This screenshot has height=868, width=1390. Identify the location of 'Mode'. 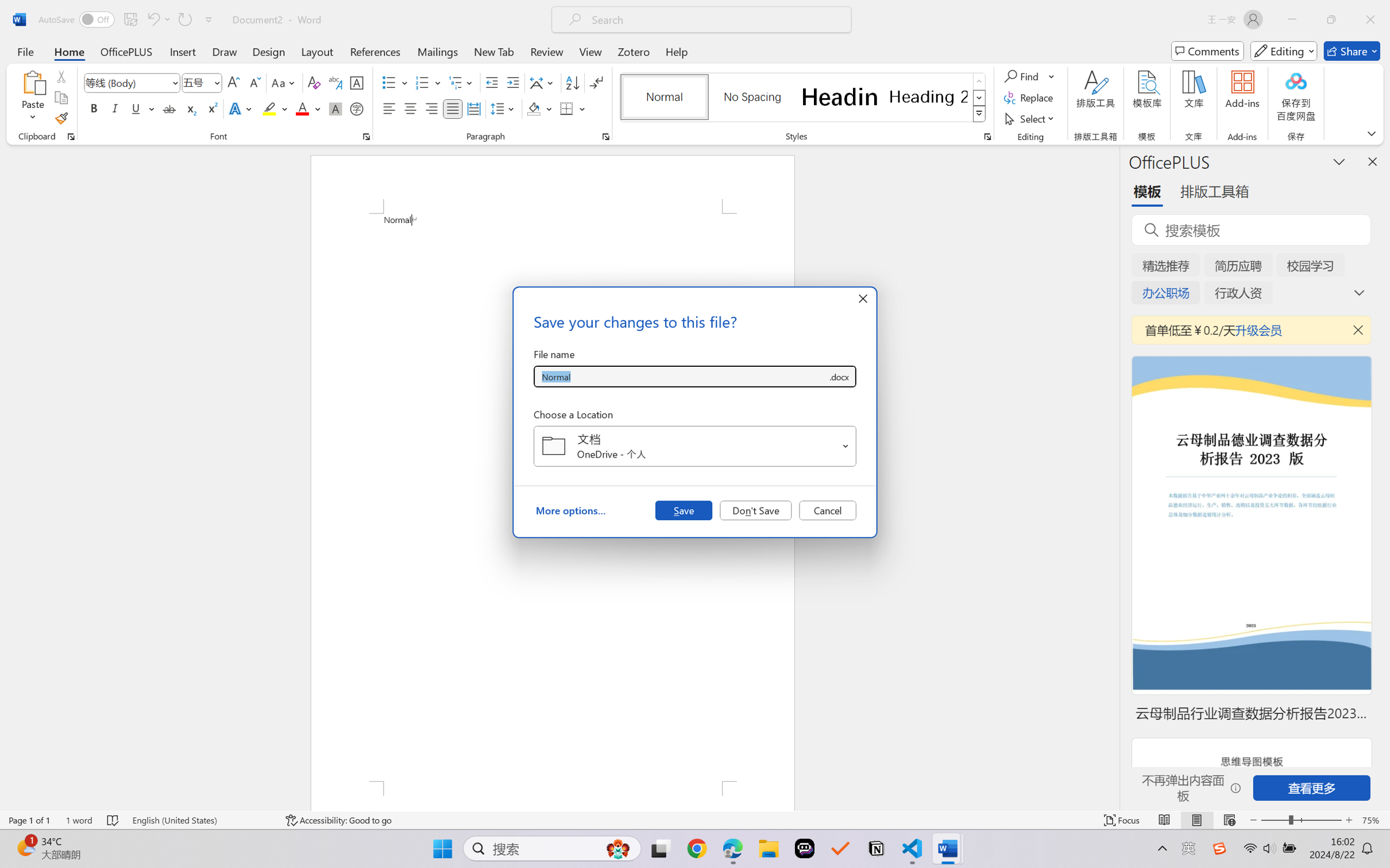
(1284, 51).